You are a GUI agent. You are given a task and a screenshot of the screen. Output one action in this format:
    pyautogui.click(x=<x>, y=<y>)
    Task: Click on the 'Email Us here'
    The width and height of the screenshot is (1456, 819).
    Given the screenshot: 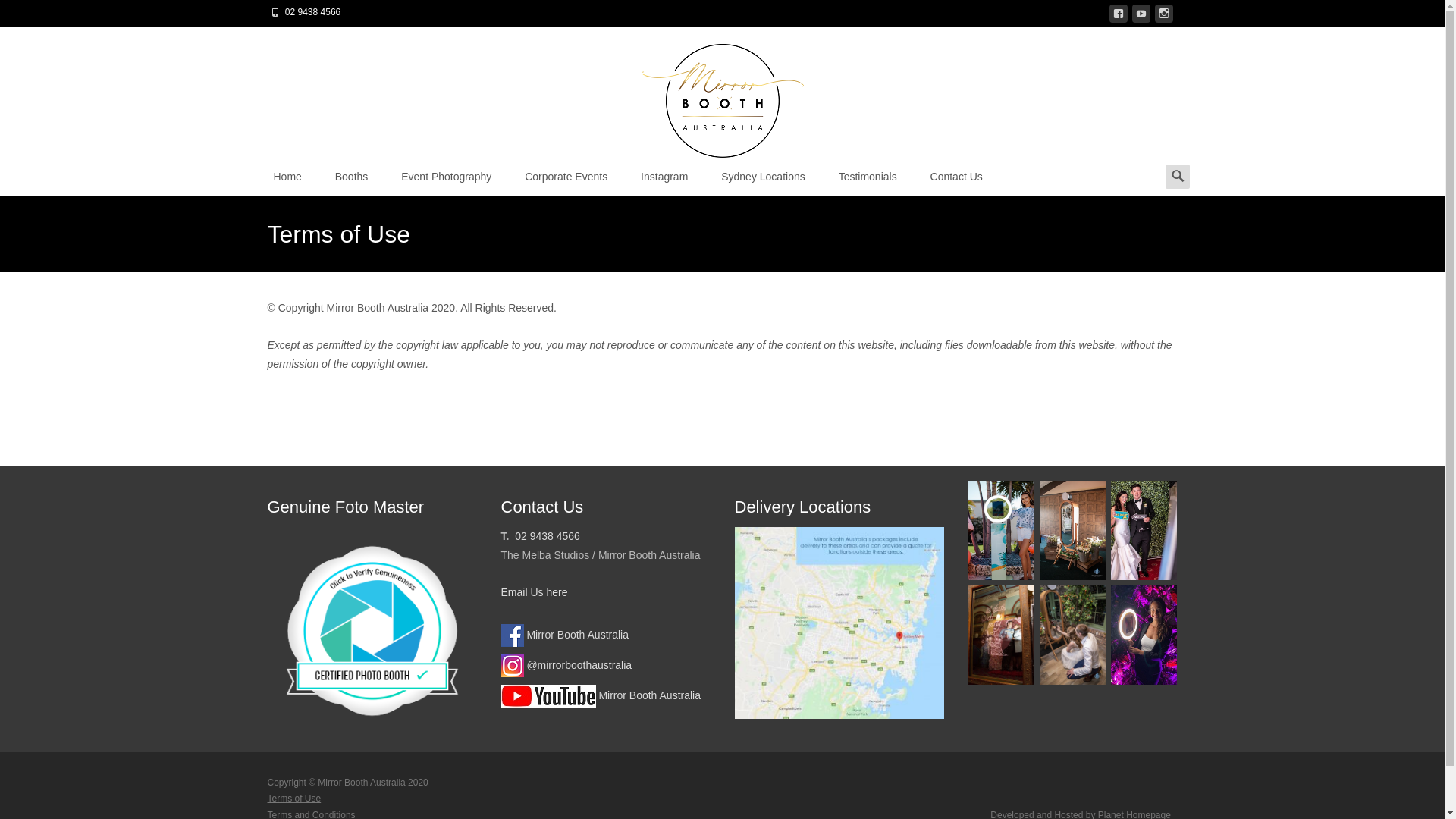 What is the action you would take?
    pyautogui.click(x=534, y=591)
    